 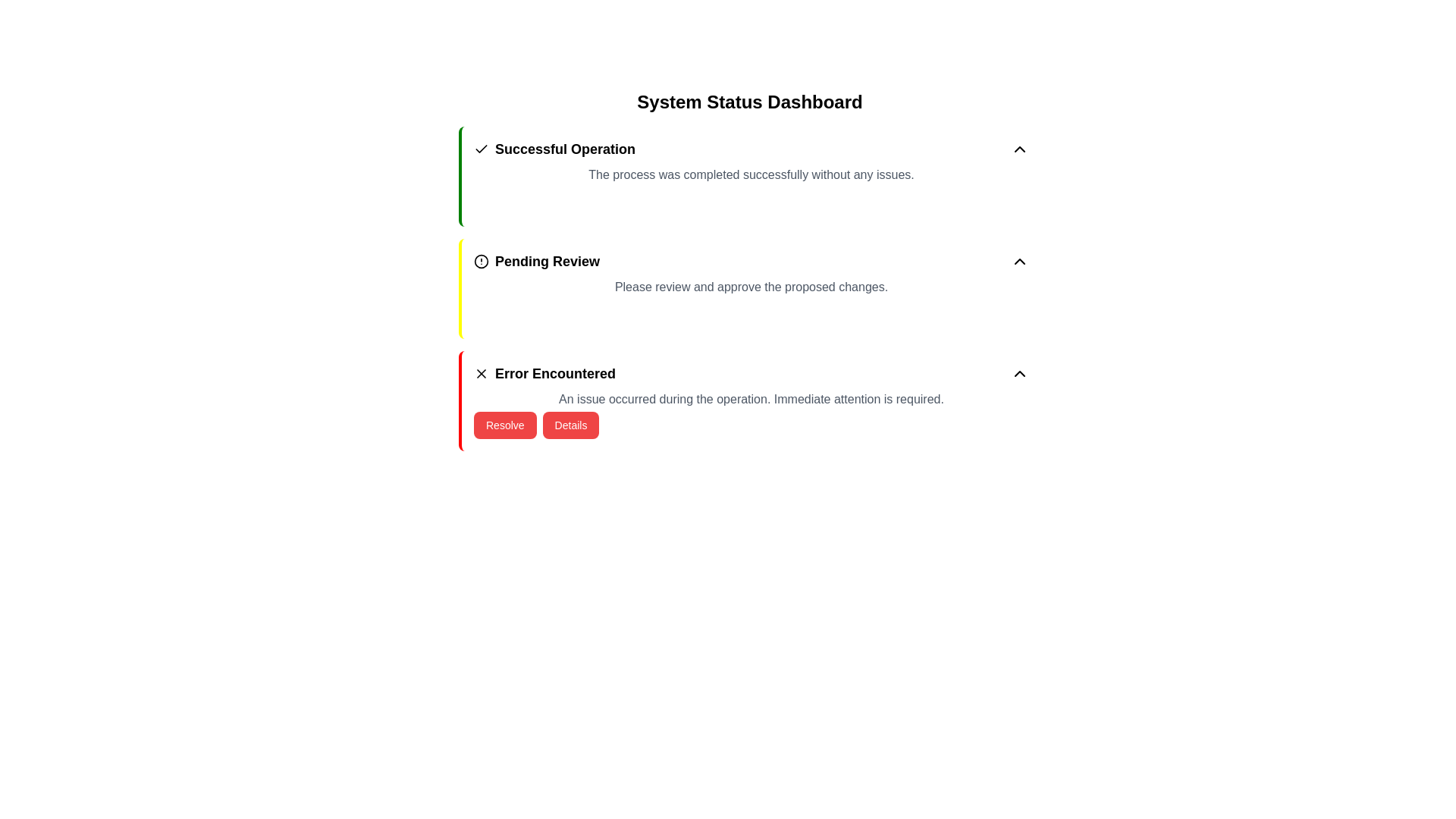 I want to click on the text label displaying 'Error Encountered', which is styled in bold and slightly enlarged font, located in the System Status Dashboard, so click(x=554, y=374).